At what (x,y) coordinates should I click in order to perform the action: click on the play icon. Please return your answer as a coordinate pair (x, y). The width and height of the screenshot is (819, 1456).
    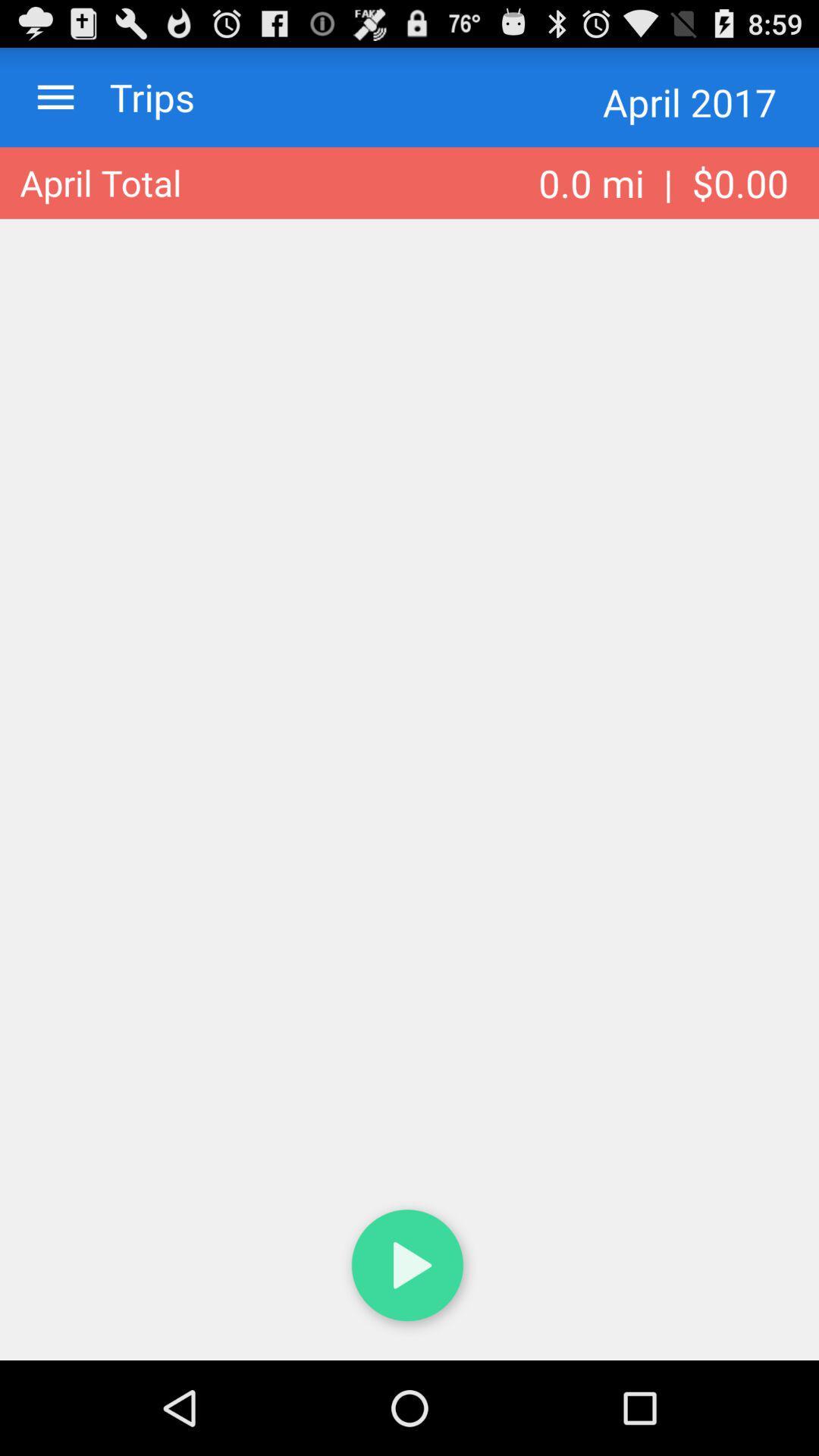
    Looking at the image, I should click on (409, 1357).